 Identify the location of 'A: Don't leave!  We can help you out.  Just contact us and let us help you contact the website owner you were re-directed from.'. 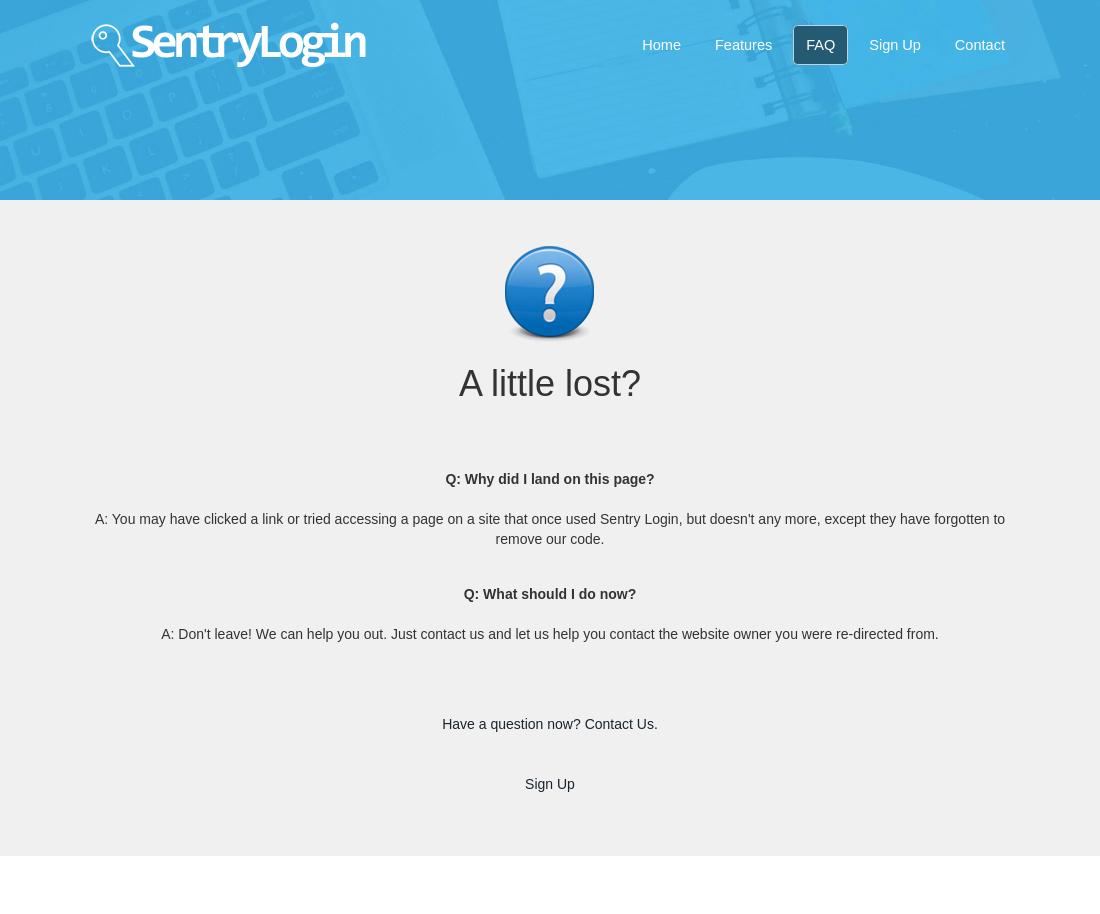
(549, 632).